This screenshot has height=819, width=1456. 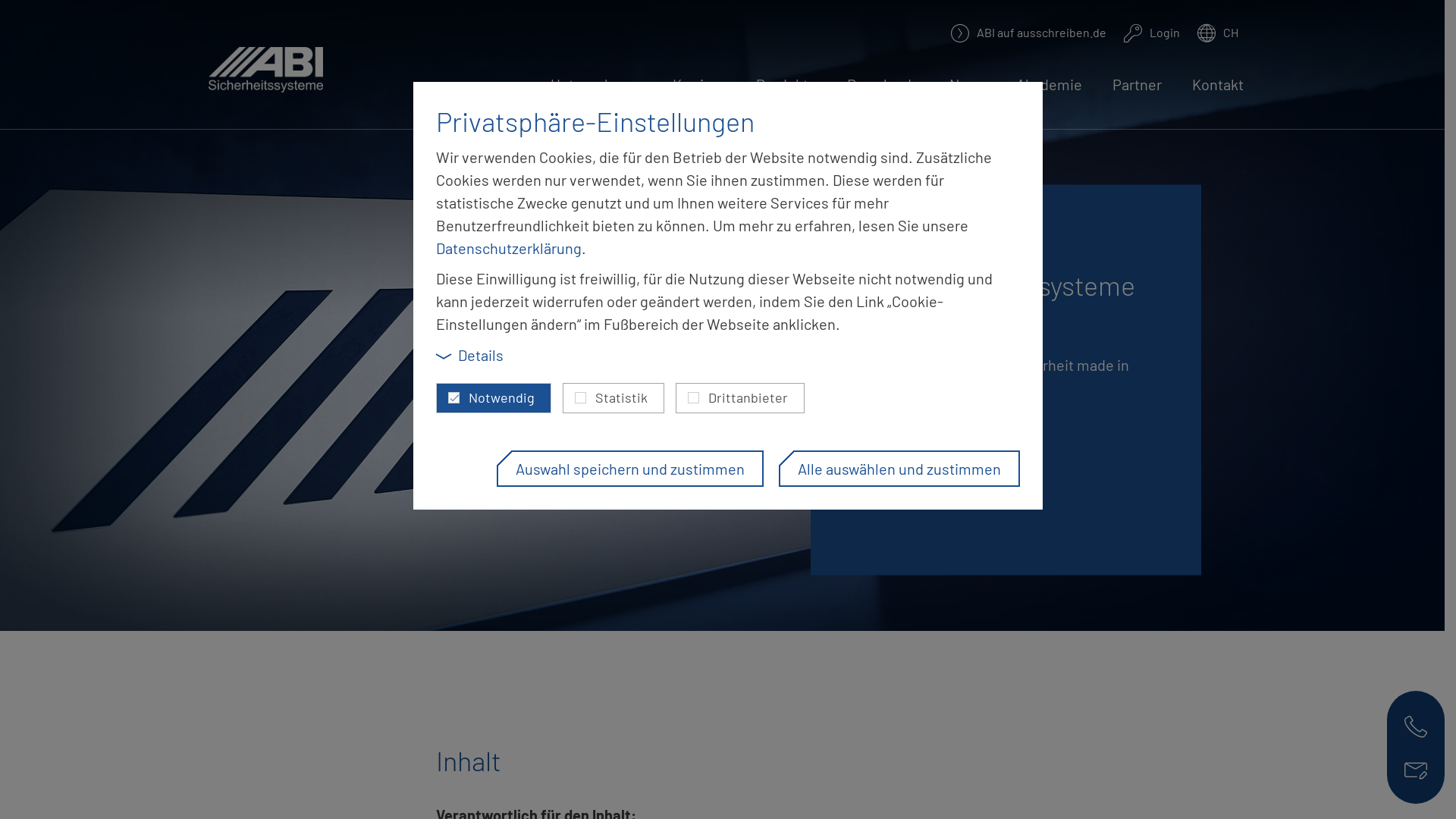 What do you see at coordinates (469, 355) in the screenshot?
I see `'Details'` at bounding box center [469, 355].